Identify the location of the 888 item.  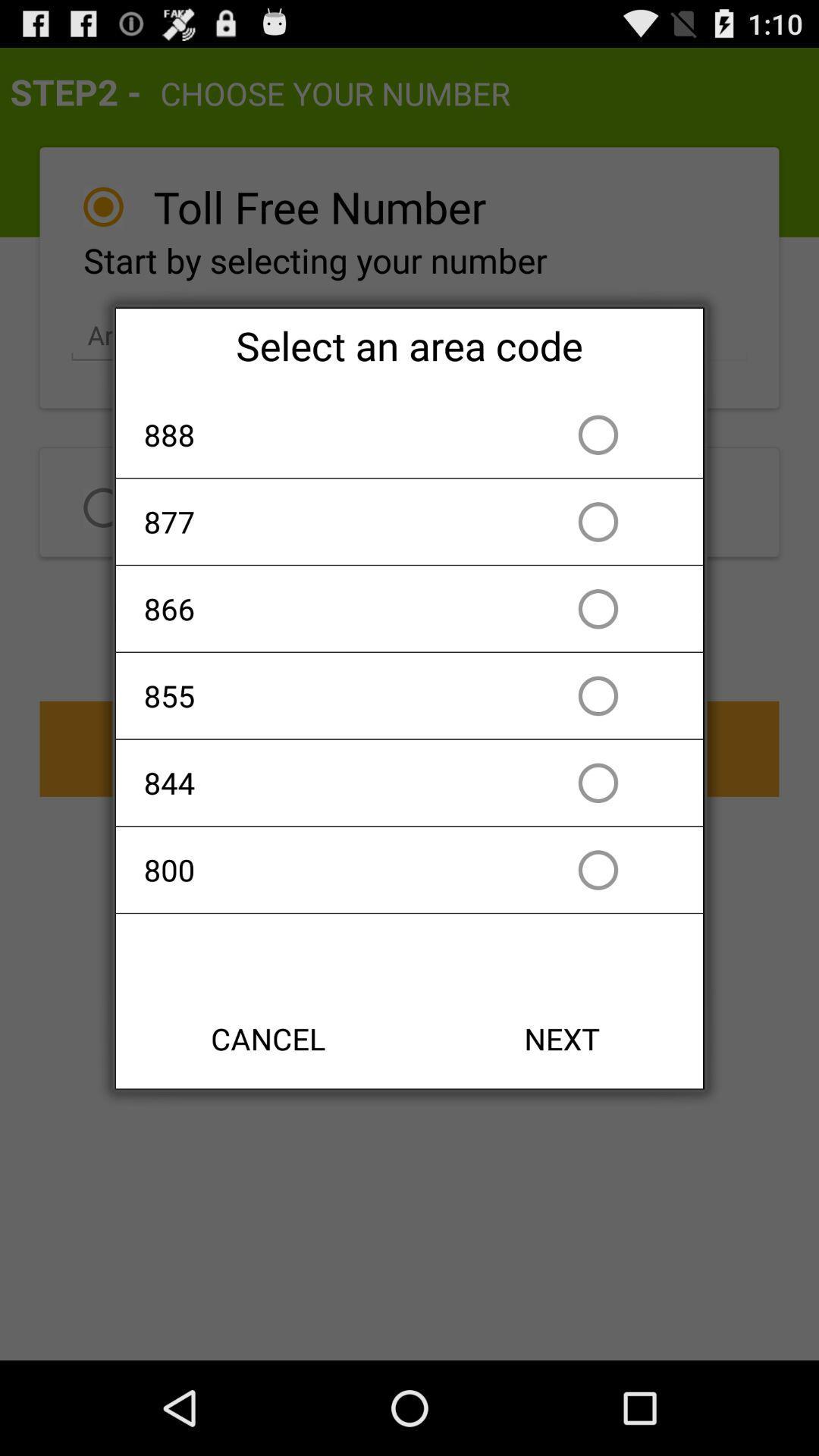
(322, 434).